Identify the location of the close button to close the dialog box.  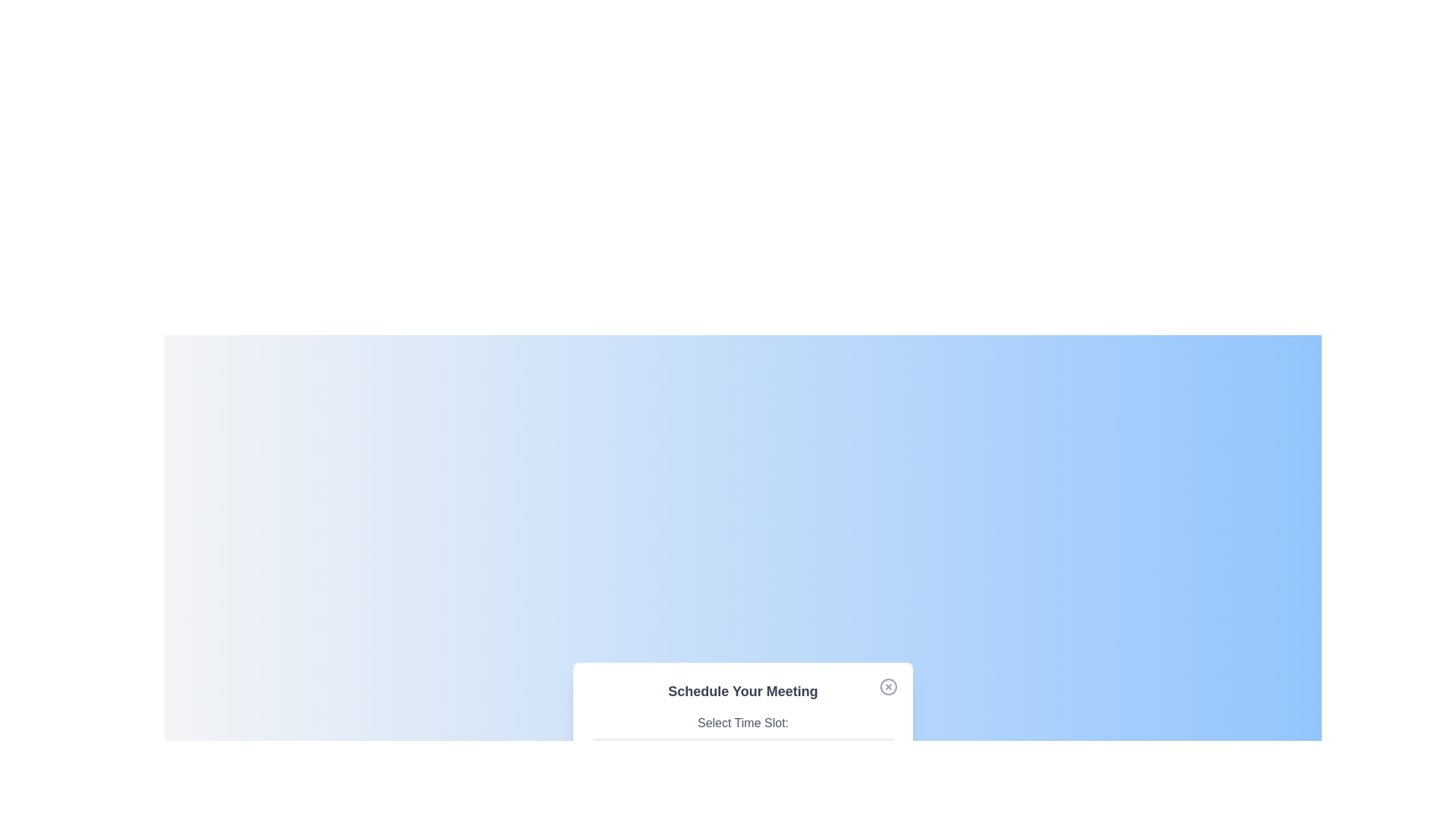
(888, 686).